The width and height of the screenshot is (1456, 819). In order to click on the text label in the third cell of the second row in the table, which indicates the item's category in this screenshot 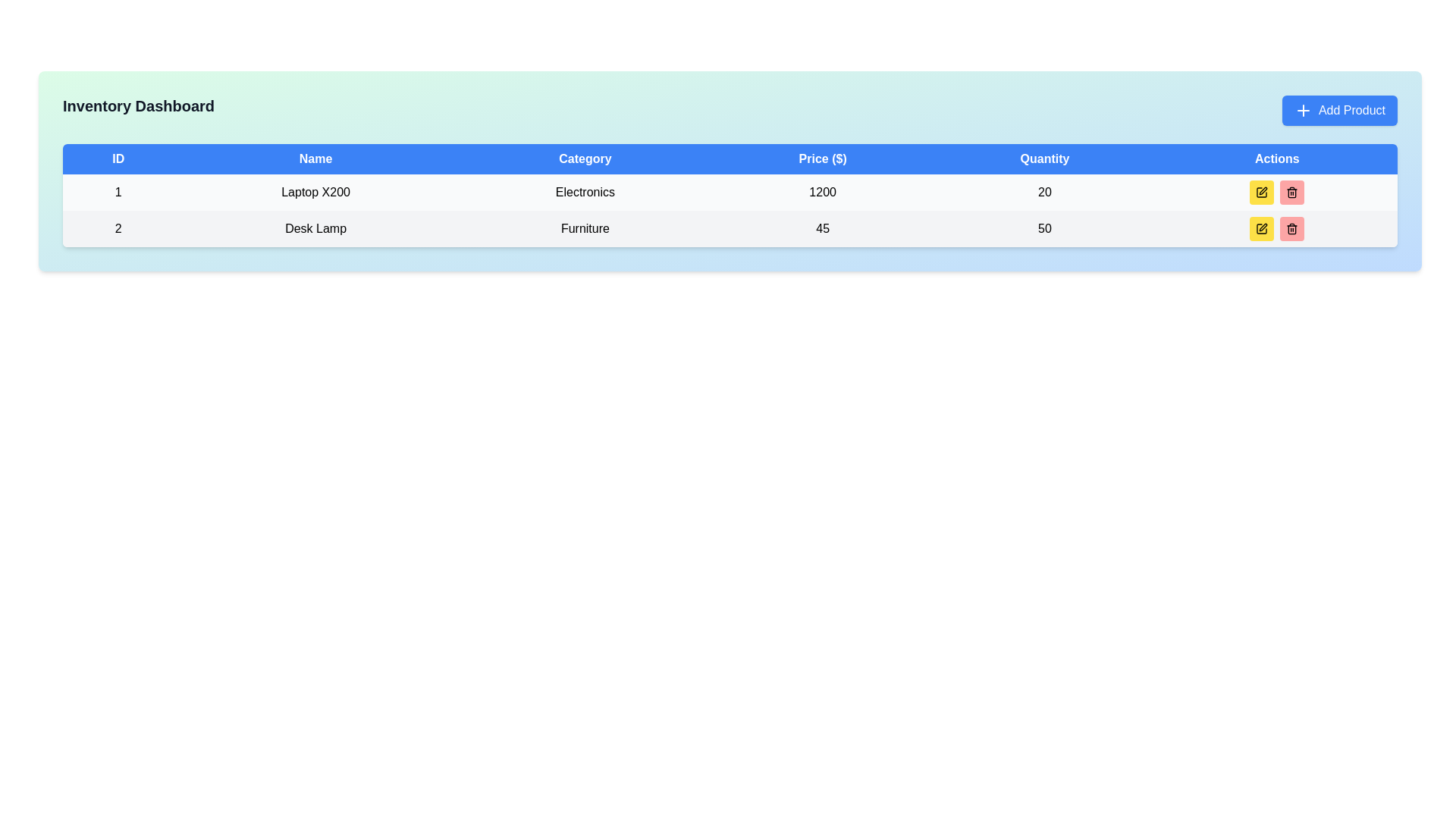, I will do `click(584, 228)`.